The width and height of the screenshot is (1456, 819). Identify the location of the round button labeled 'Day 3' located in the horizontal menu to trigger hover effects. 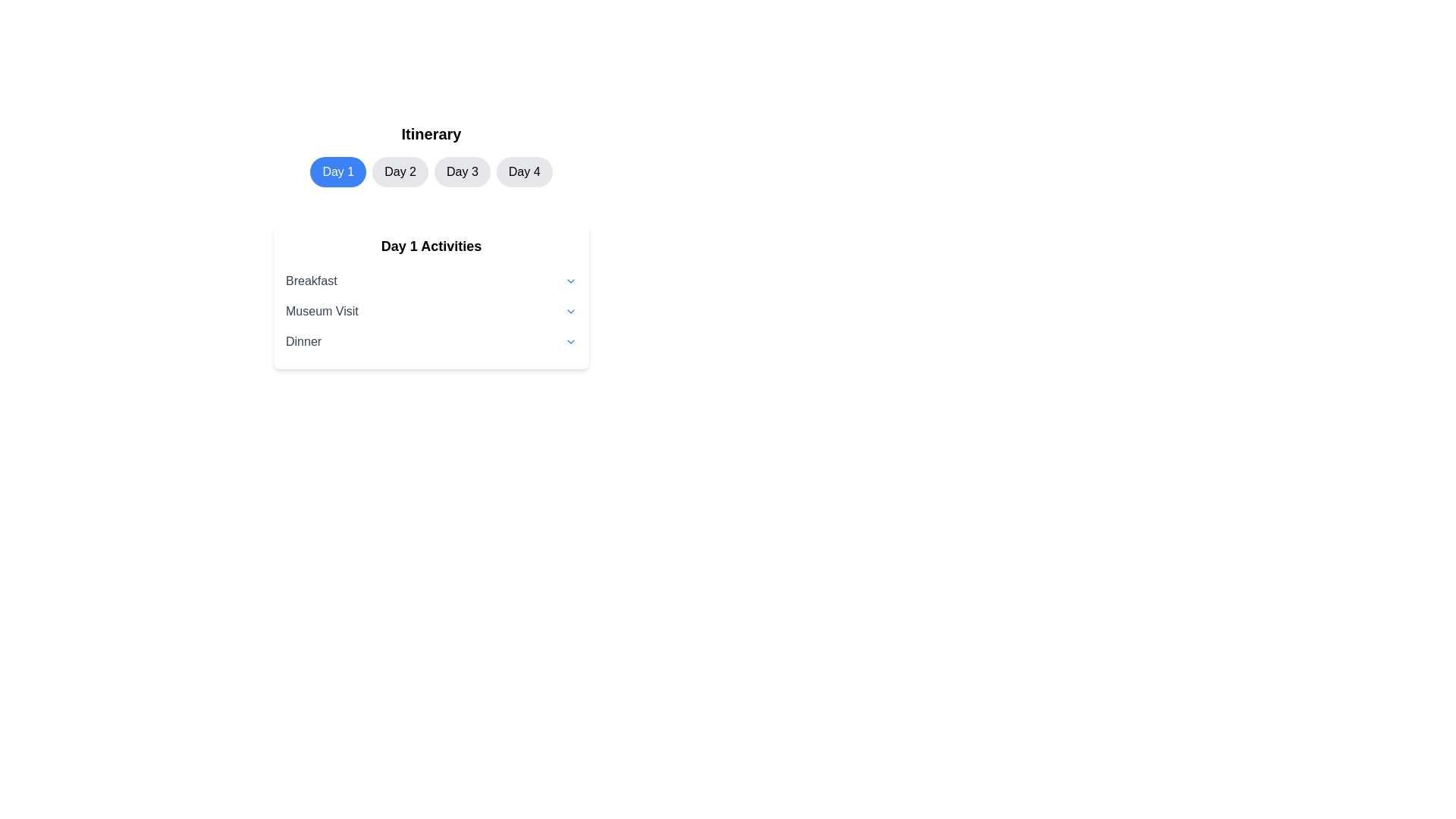
(461, 171).